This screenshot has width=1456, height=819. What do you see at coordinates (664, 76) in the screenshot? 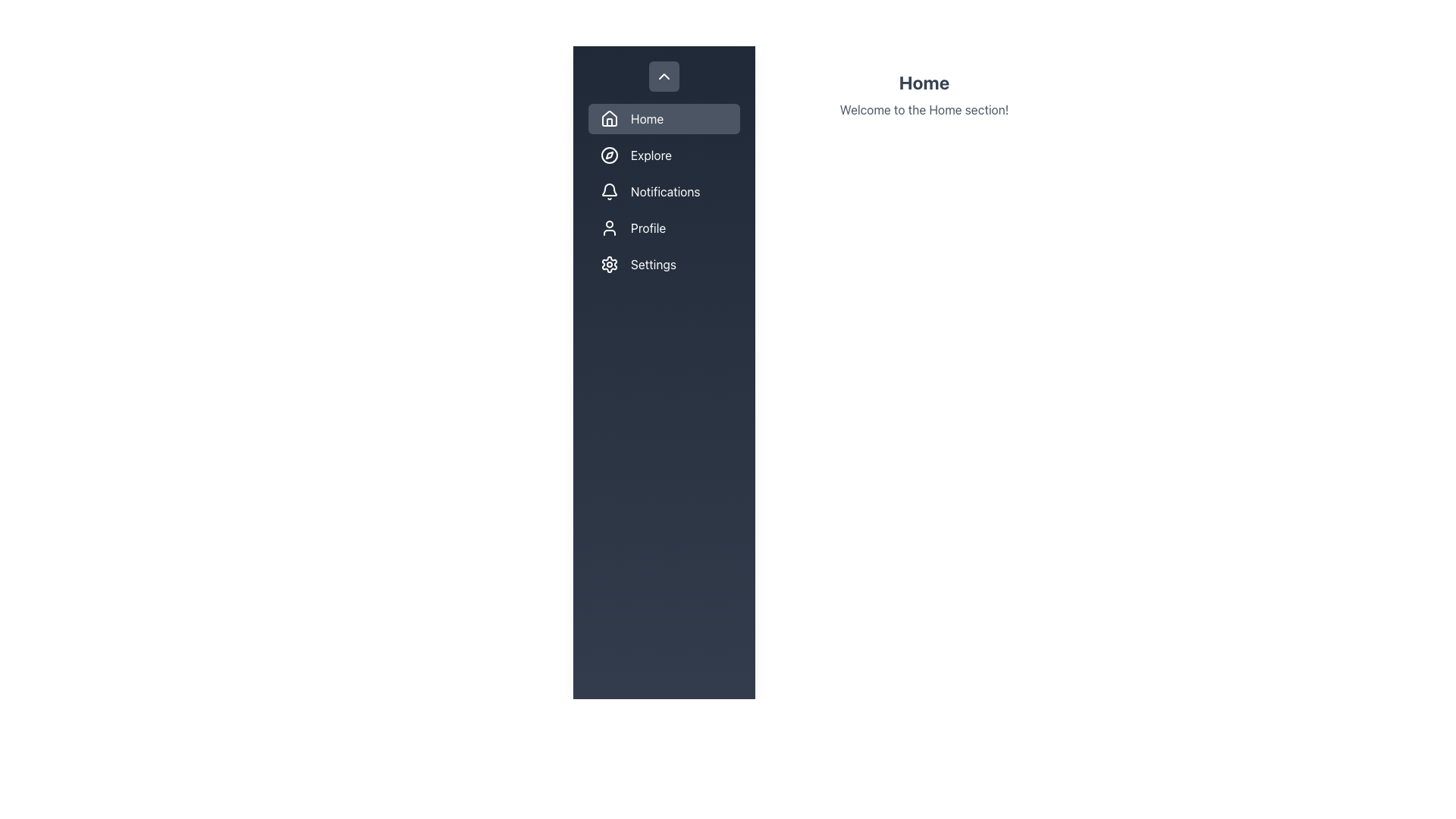
I see `the button located at the top of the vertical sidebar, which features an upward chevron icon` at bounding box center [664, 76].